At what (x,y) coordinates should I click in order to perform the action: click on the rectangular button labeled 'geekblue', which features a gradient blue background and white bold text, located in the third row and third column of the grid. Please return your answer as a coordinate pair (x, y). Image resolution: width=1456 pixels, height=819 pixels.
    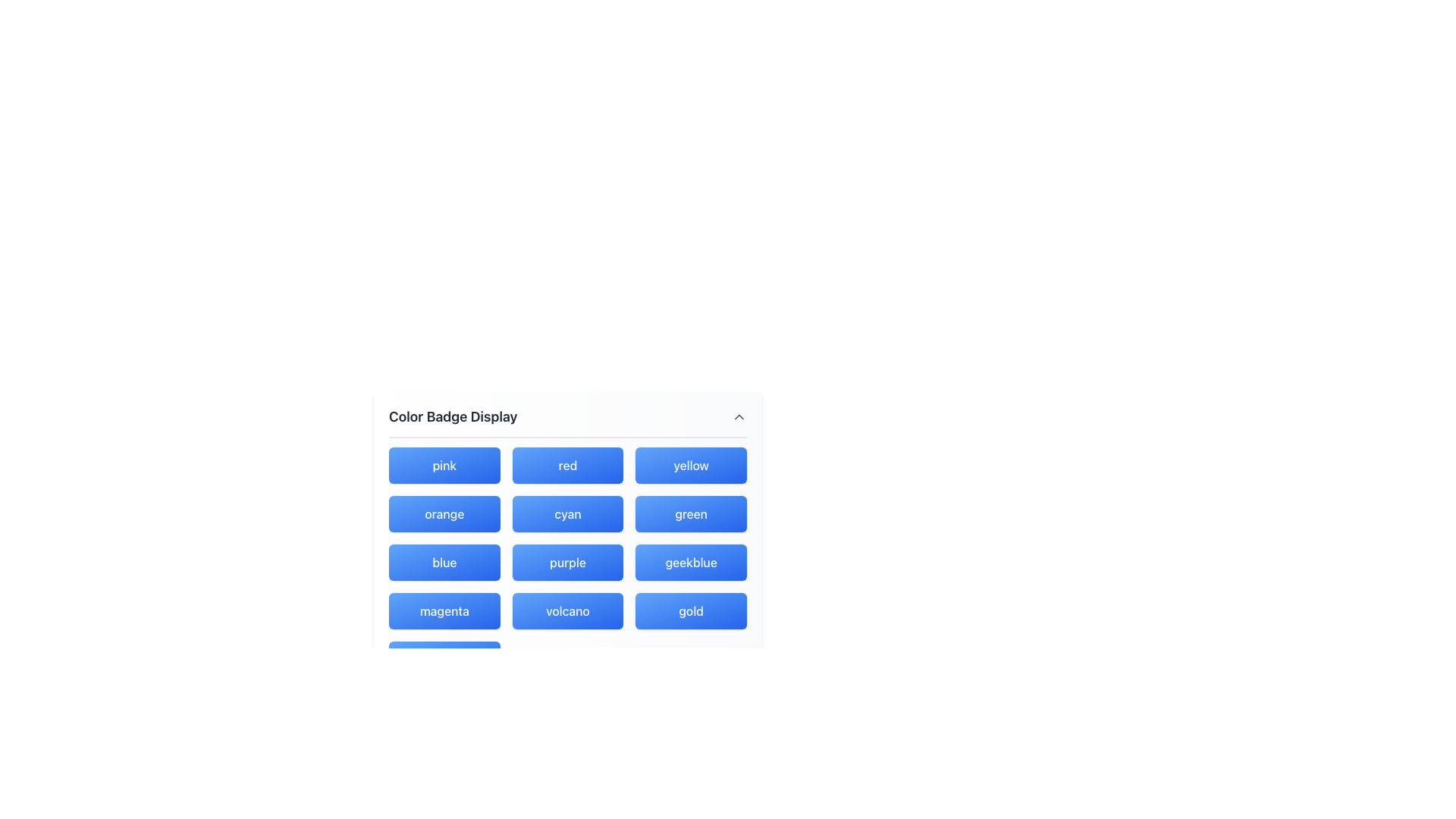
    Looking at the image, I should click on (690, 562).